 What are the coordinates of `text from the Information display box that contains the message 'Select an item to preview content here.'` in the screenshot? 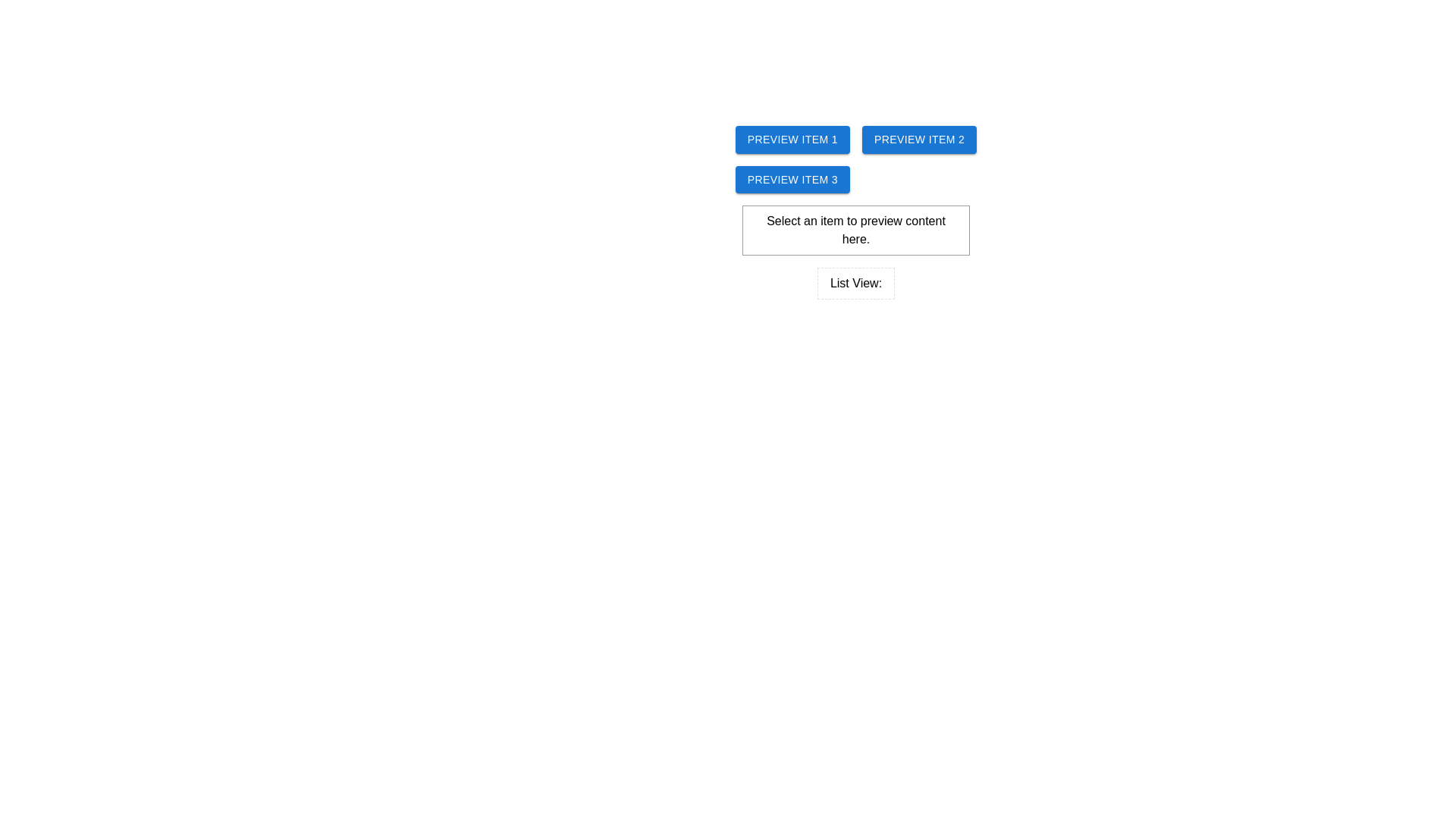 It's located at (855, 231).